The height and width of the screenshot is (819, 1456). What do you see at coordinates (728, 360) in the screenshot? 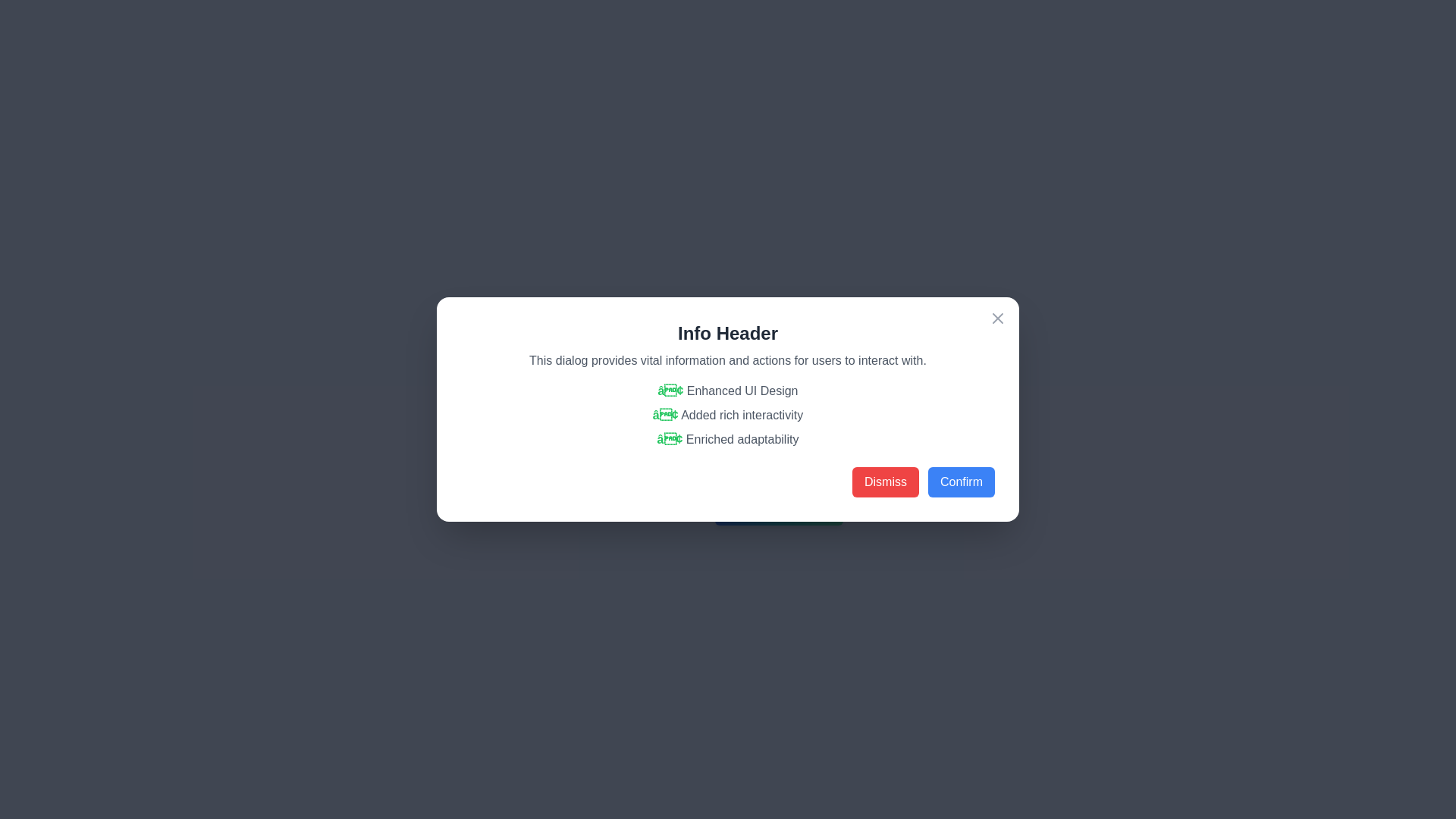
I see `the text element that displays the message 'This dialog provides vital information and actions for users to interact with.' which is located directly beneath the 'Info Header' in the dialog box` at bounding box center [728, 360].